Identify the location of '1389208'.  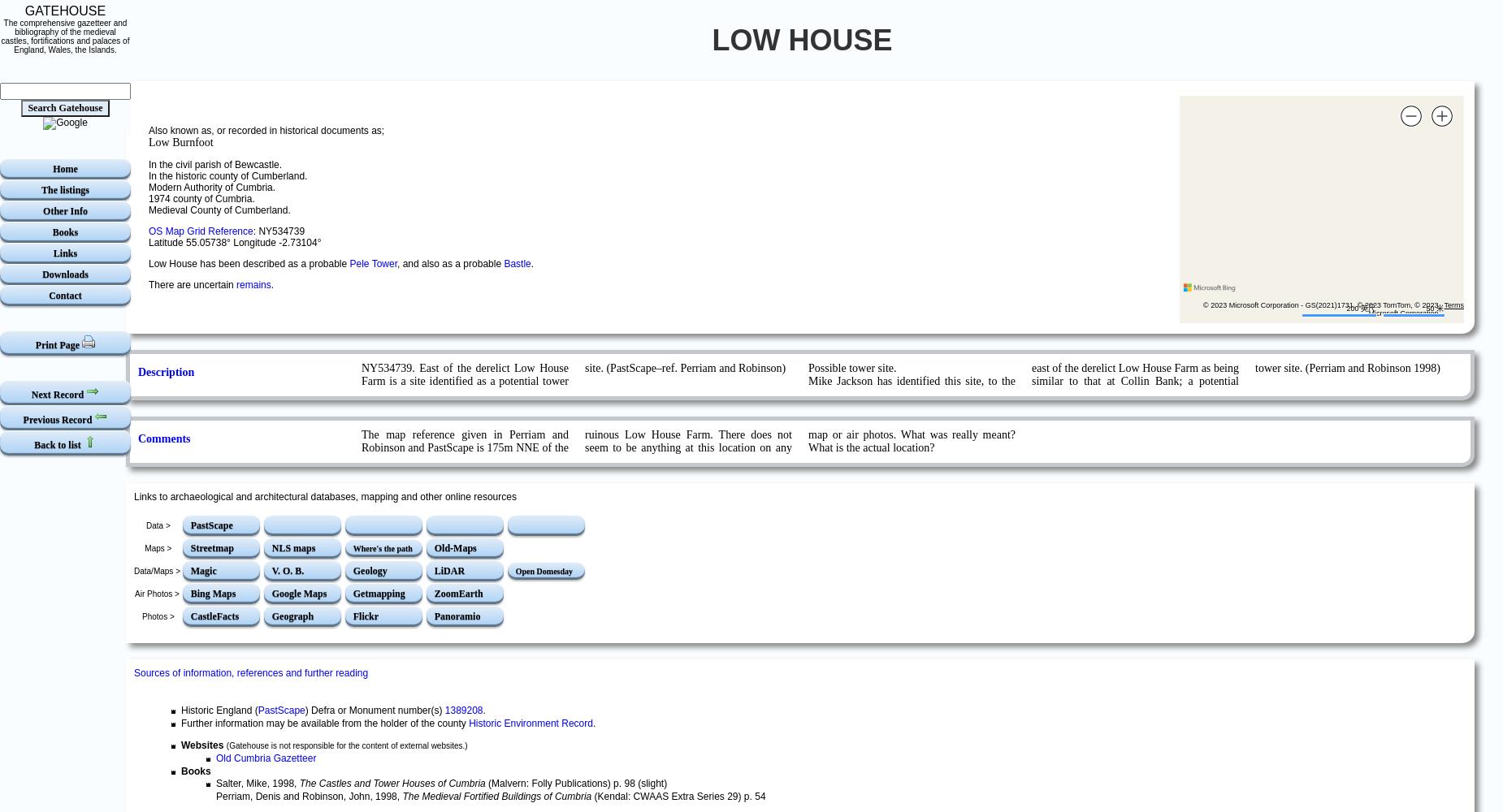
(463, 710).